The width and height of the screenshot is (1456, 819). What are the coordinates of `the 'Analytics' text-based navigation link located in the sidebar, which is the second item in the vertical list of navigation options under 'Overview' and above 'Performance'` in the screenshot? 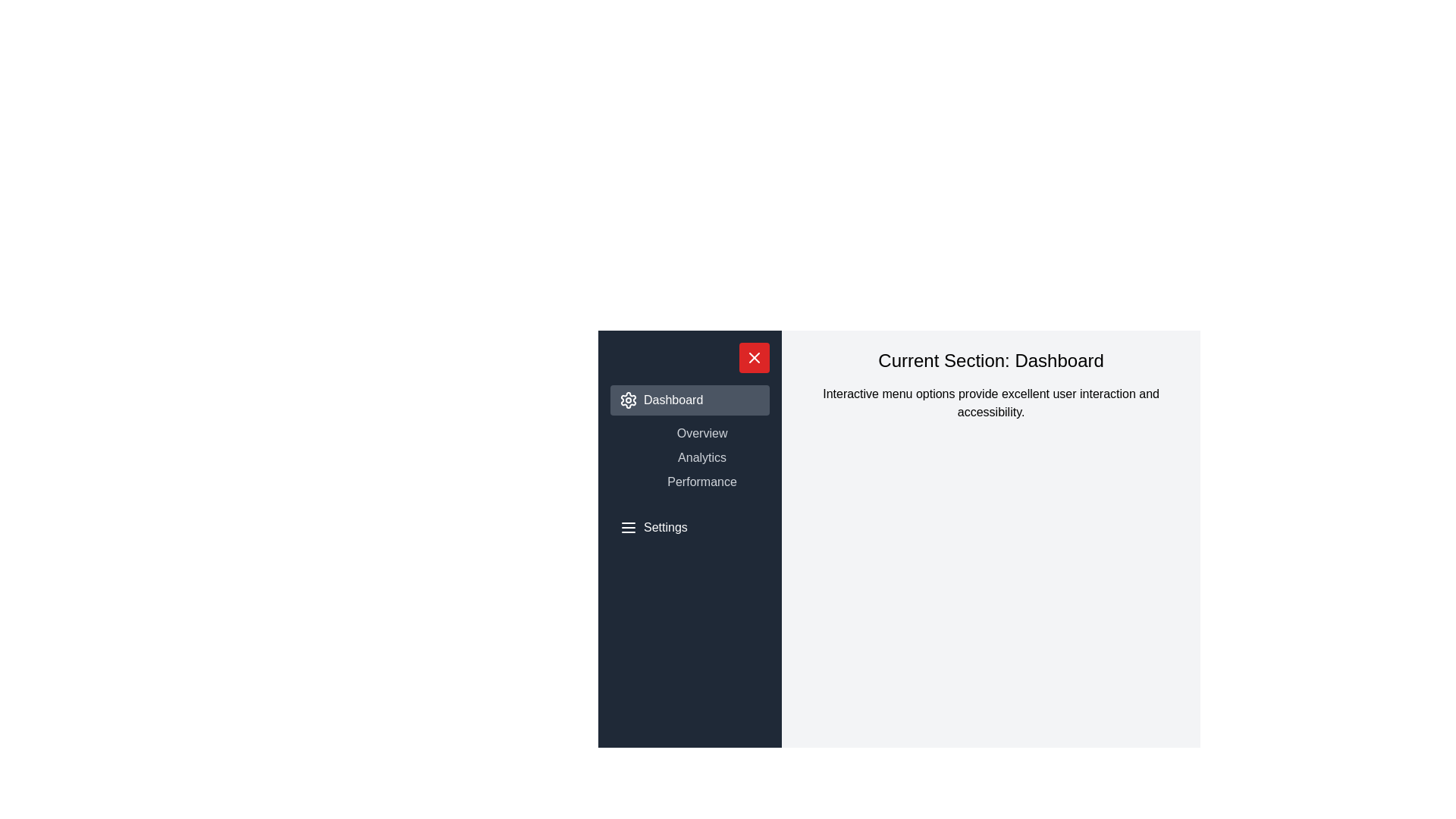 It's located at (689, 457).